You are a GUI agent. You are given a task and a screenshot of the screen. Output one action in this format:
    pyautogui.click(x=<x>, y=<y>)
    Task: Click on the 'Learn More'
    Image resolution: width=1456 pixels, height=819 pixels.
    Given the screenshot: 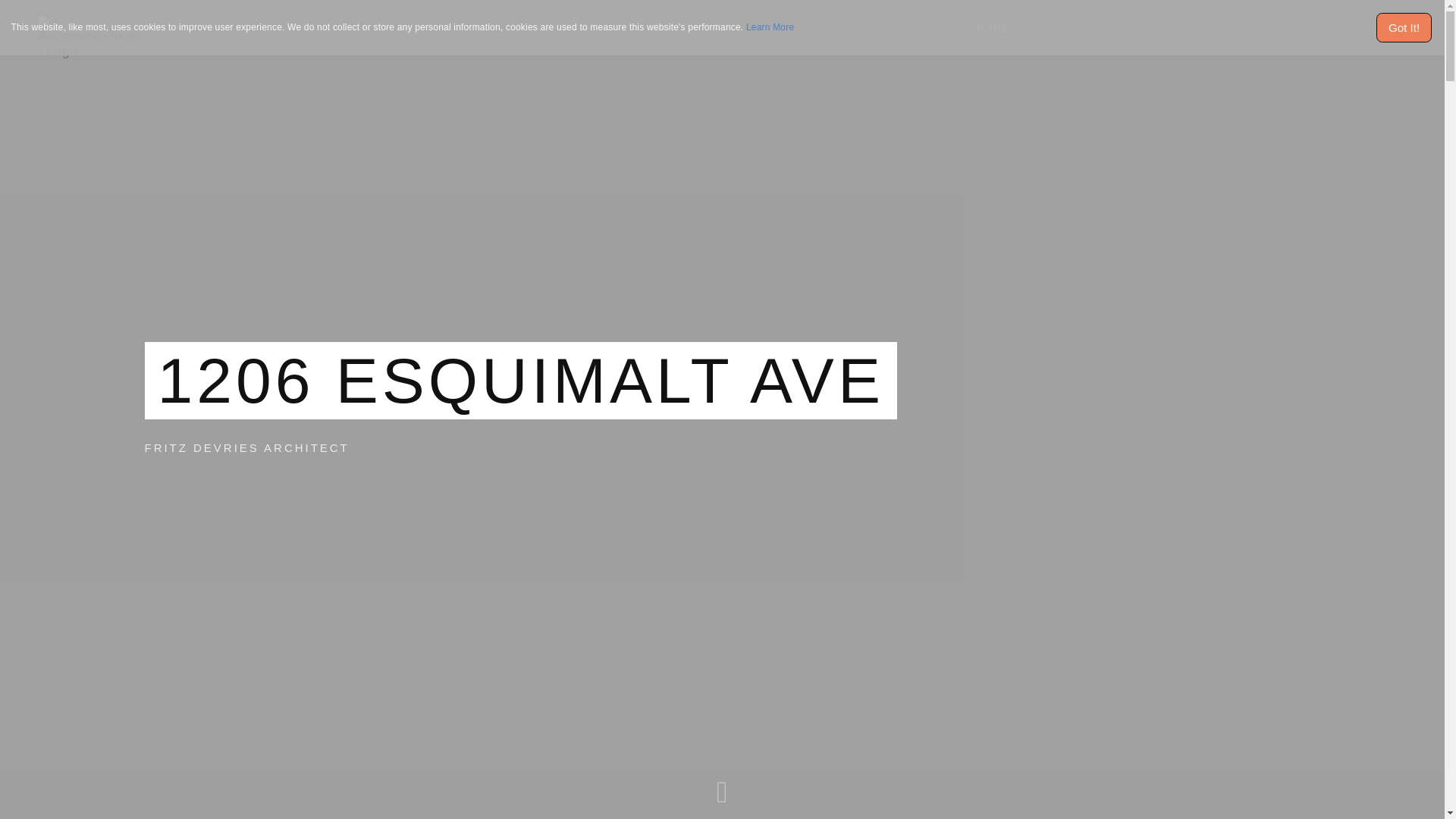 What is the action you would take?
    pyautogui.click(x=770, y=27)
    